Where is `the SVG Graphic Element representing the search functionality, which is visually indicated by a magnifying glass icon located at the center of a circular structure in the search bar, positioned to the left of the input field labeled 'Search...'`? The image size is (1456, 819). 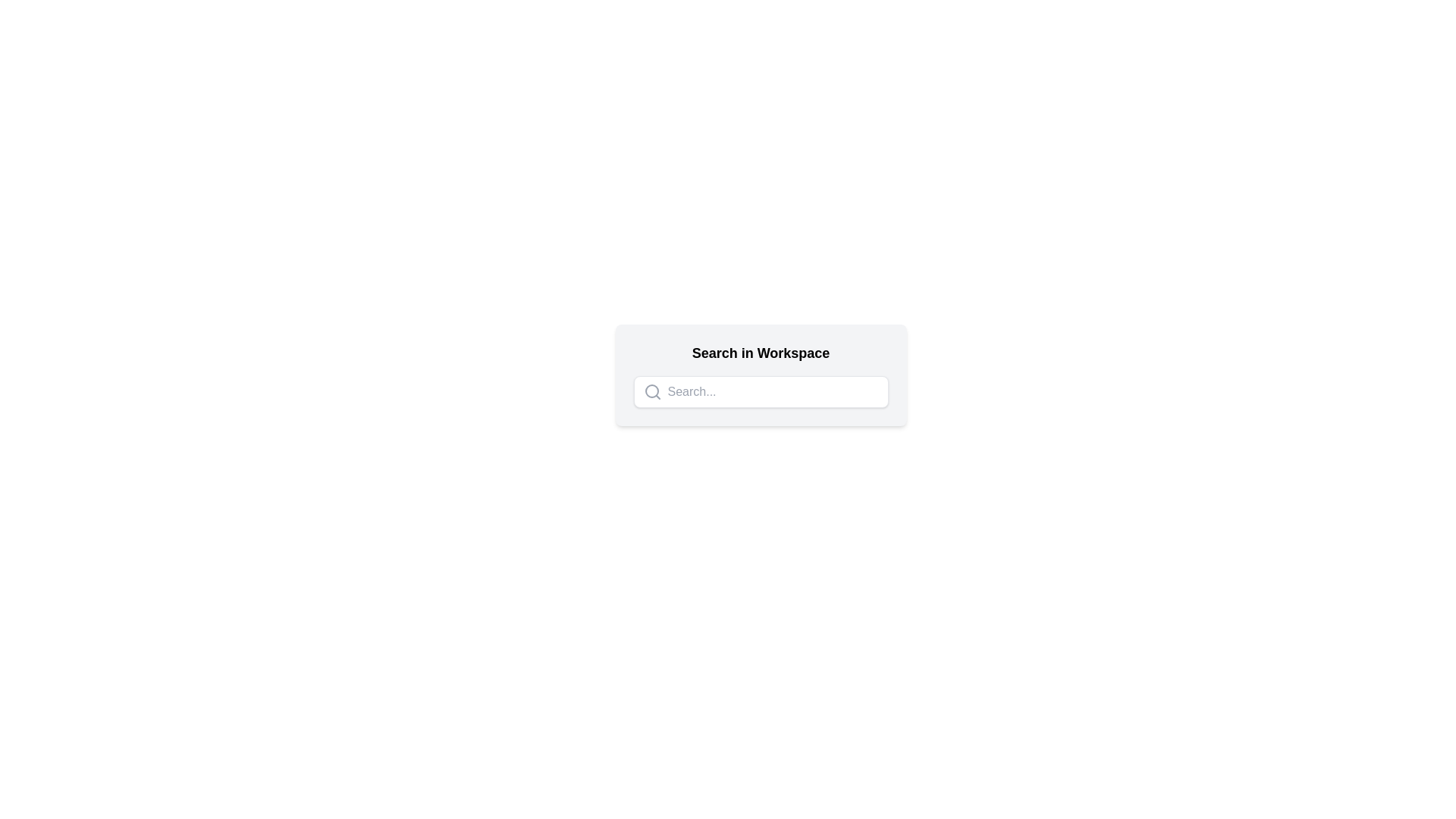
the SVG Graphic Element representing the search functionality, which is visually indicated by a magnifying glass icon located at the center of a circular structure in the search bar, positioned to the left of the input field labeled 'Search...' is located at coordinates (651, 391).